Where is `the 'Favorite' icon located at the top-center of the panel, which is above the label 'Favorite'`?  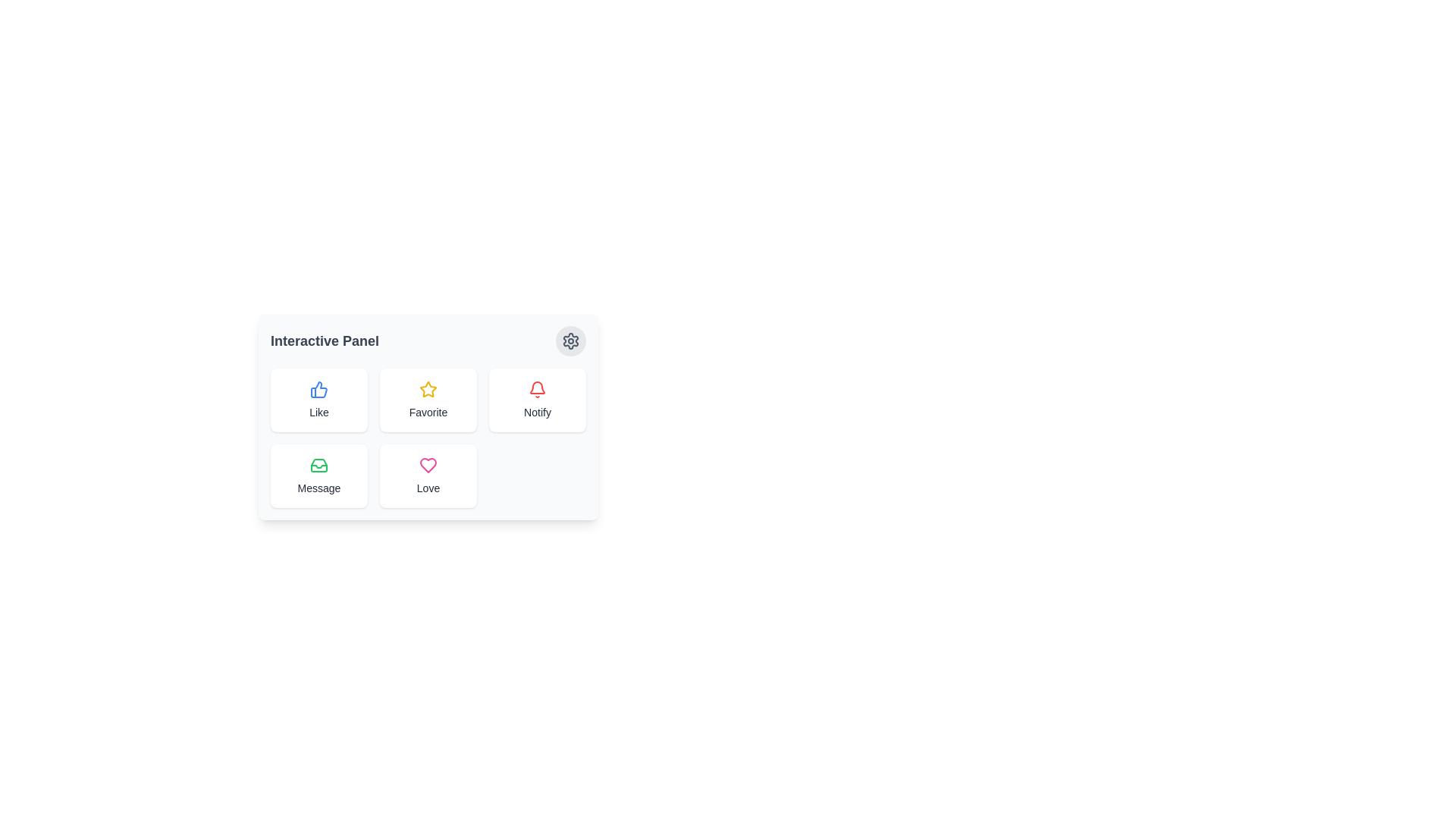 the 'Favorite' icon located at the top-center of the panel, which is above the label 'Favorite' is located at coordinates (428, 388).